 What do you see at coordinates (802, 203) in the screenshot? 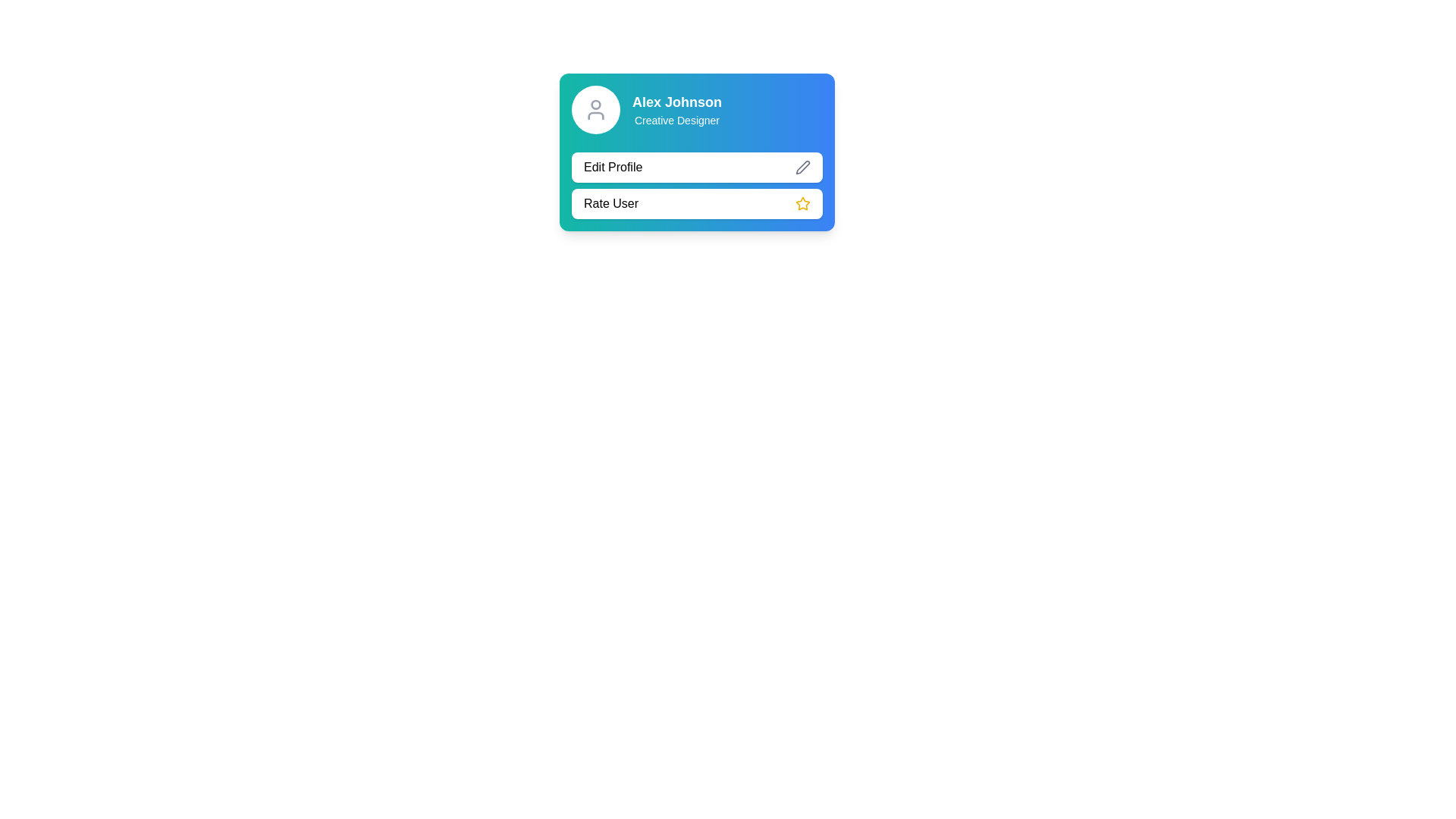
I see `the rating or favorite action icon located to the right of the 'Rate User' text` at bounding box center [802, 203].